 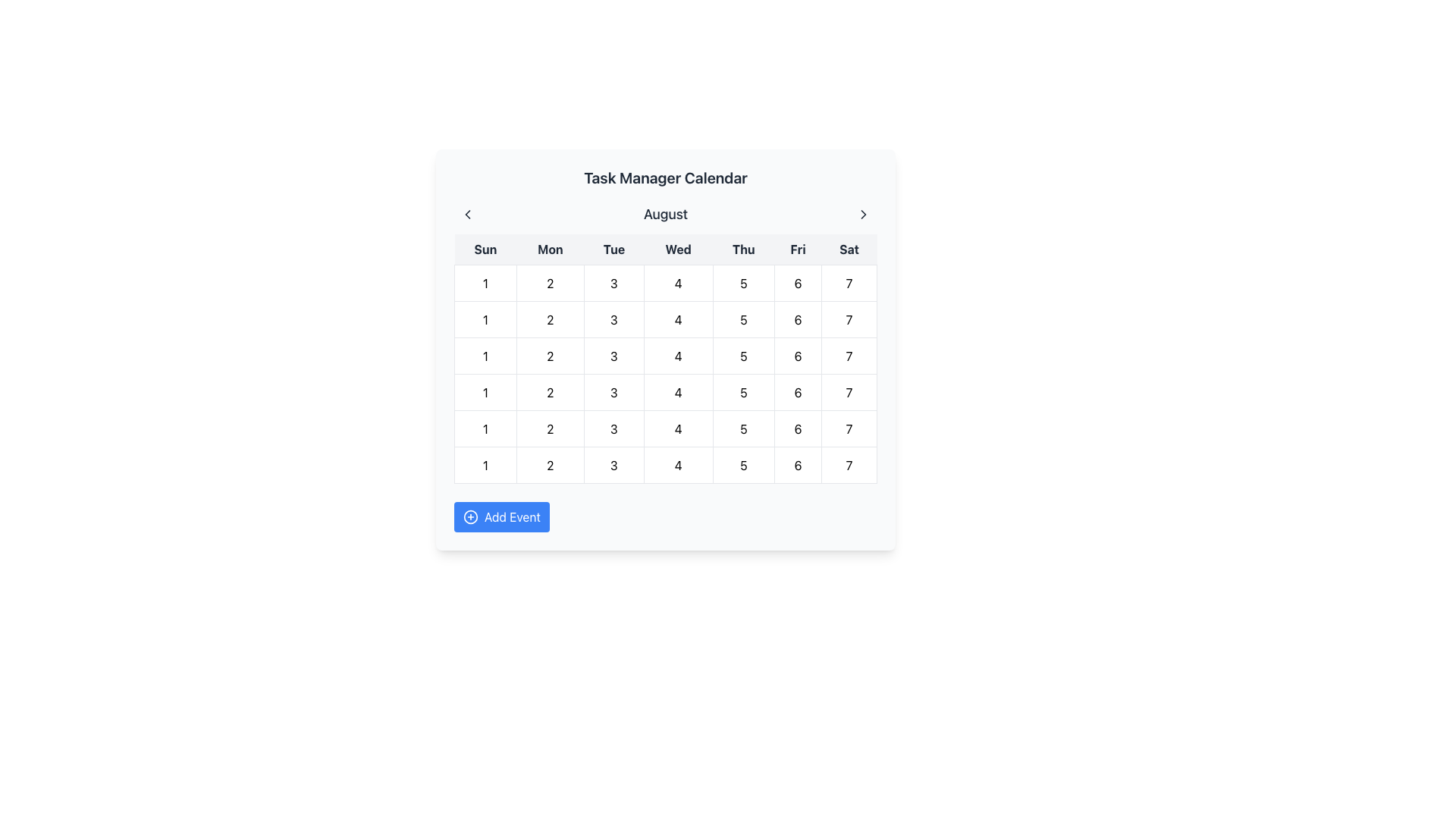 What do you see at coordinates (863, 214) in the screenshot?
I see `the navigation button for moving to the next month in the calendar interface` at bounding box center [863, 214].